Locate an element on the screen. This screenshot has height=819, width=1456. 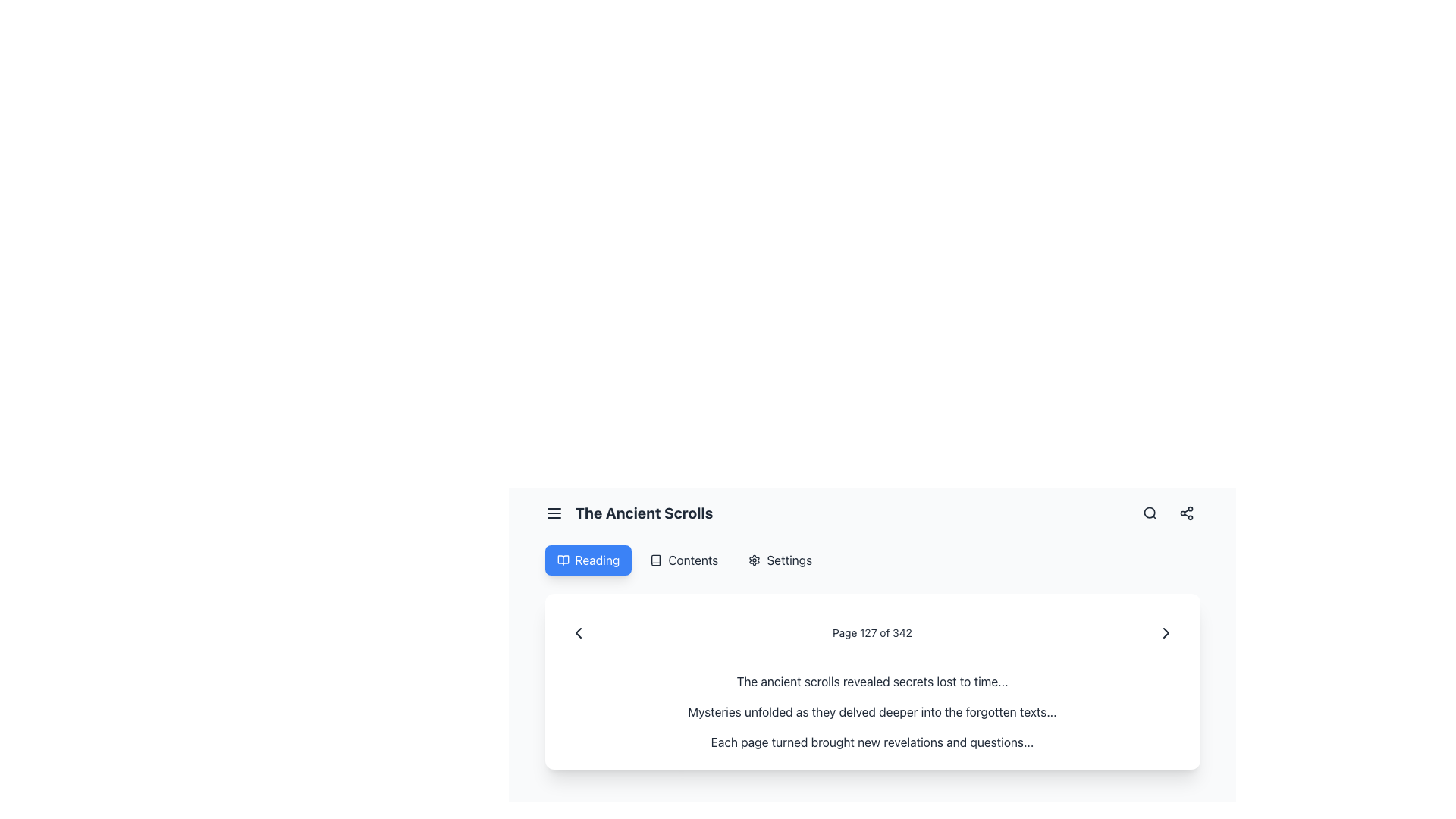
the chevron icon located in the top-left section of the card titled 'The Ancient Scrolls' is located at coordinates (577, 632).